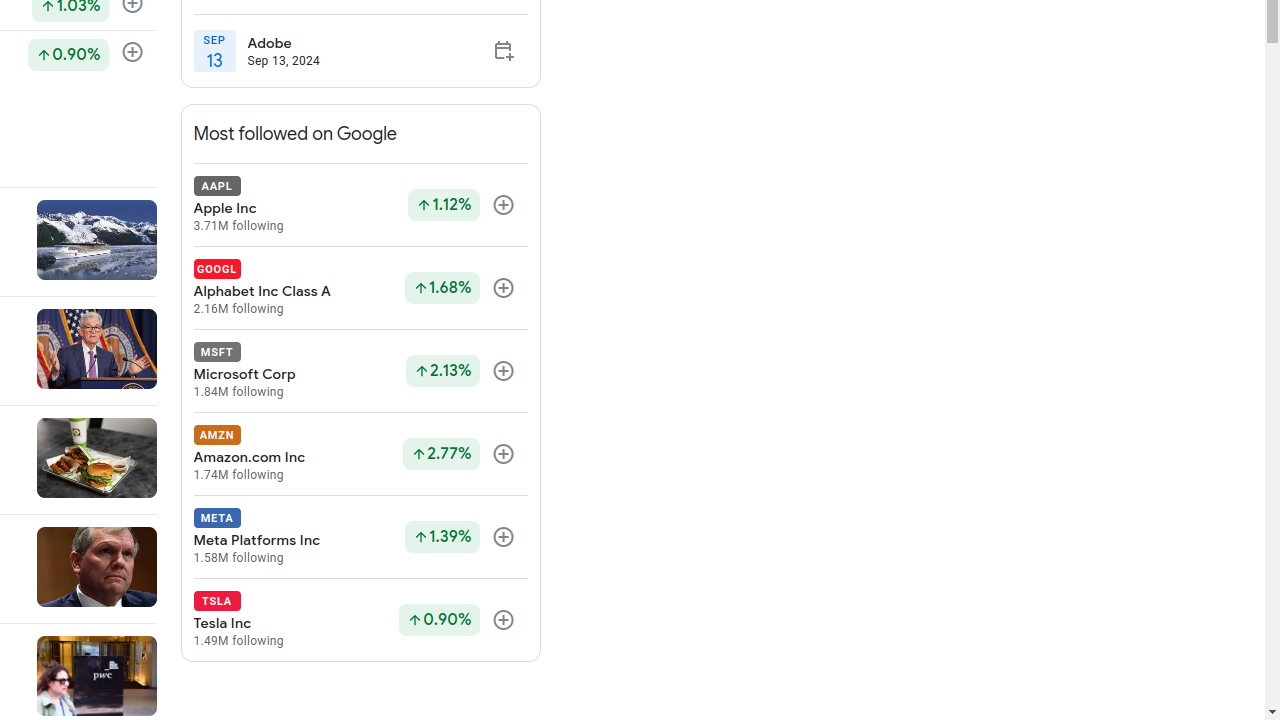 Image resolution: width=1280 pixels, height=720 pixels. What do you see at coordinates (503, 49) in the screenshot?
I see `'Add to calendar'` at bounding box center [503, 49].